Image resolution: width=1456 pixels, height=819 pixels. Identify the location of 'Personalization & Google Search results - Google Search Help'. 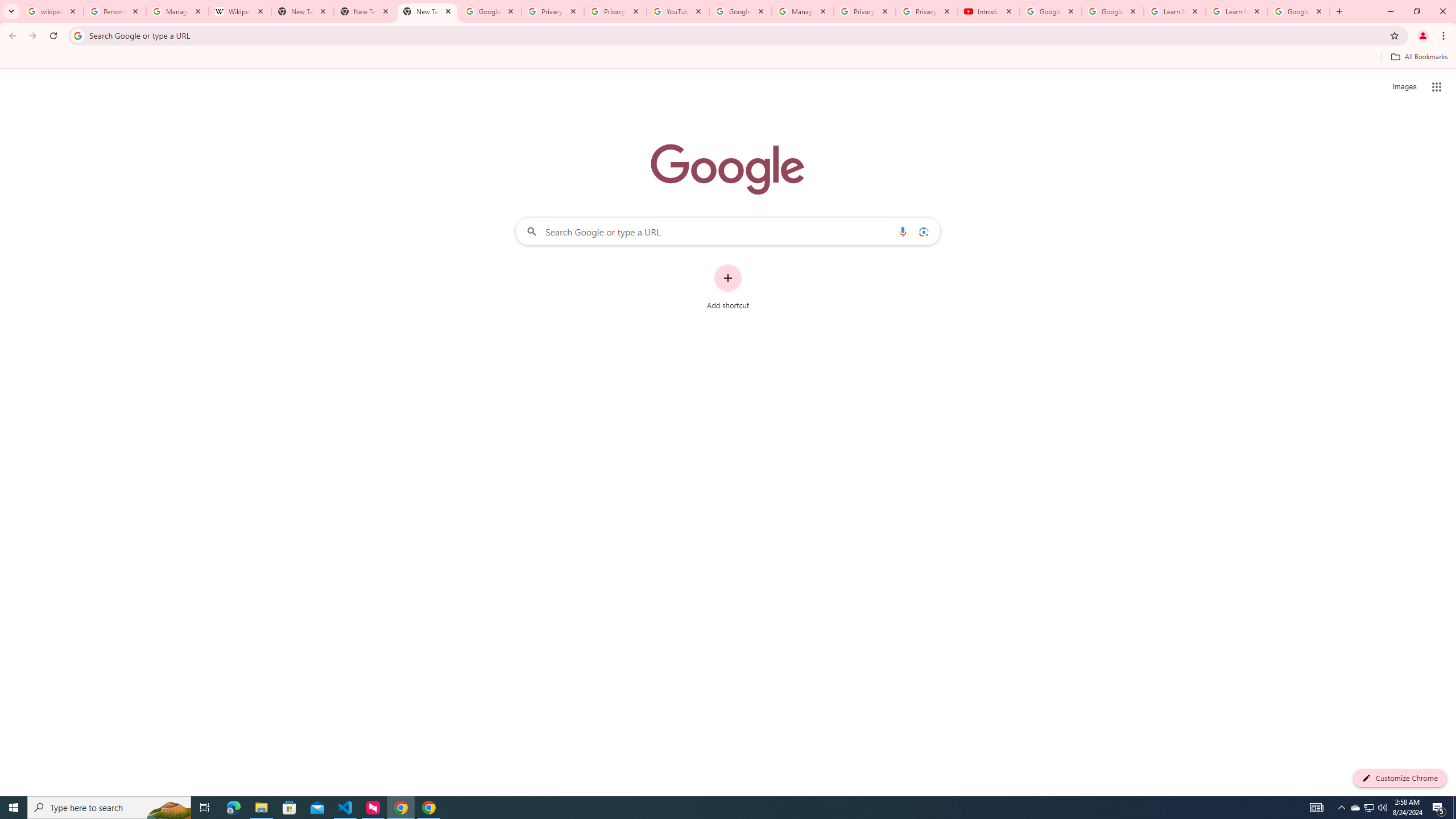
(114, 11).